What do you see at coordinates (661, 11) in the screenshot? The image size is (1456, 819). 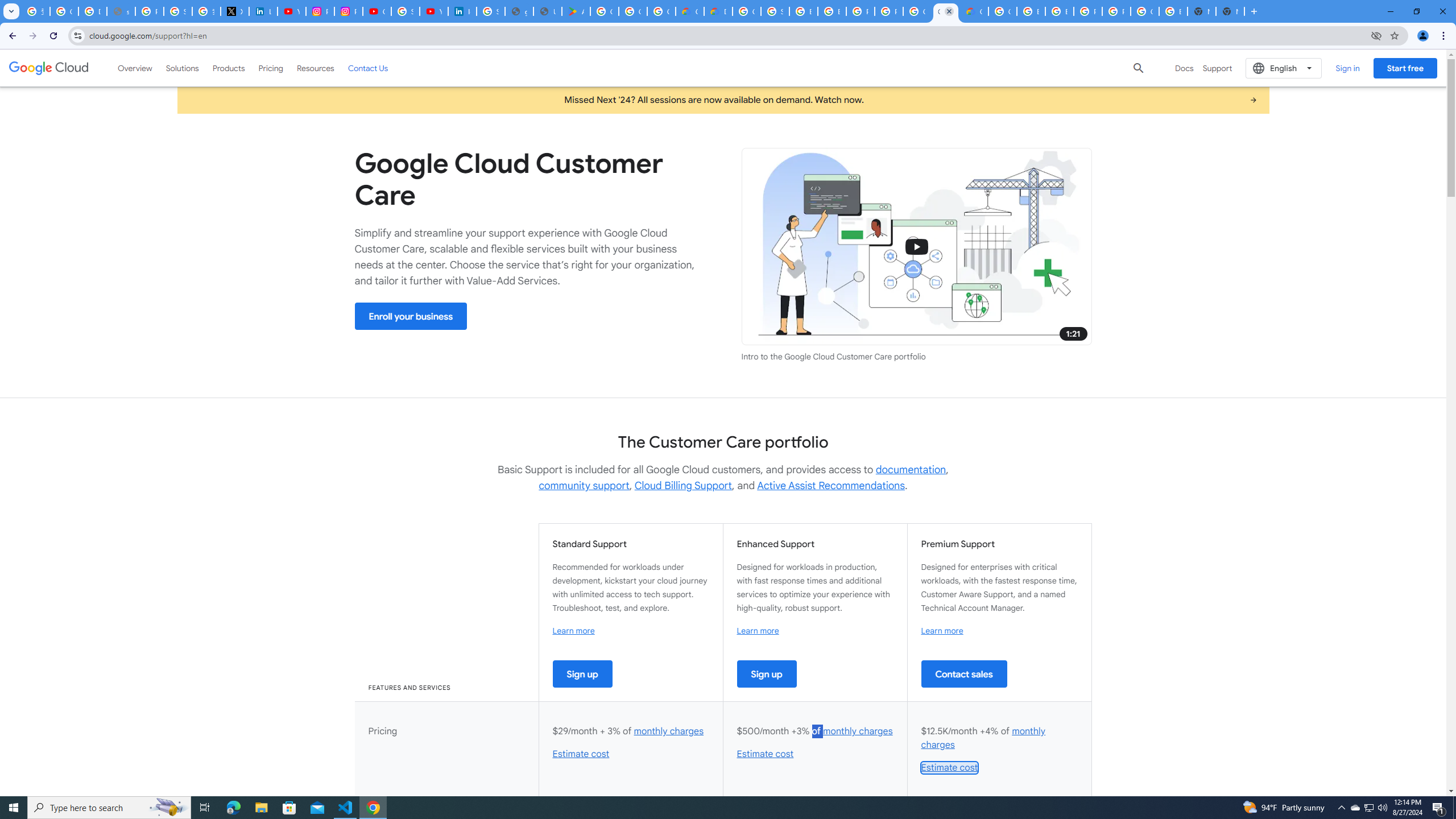 I see `'Google Workspace - Specific Terms'` at bounding box center [661, 11].